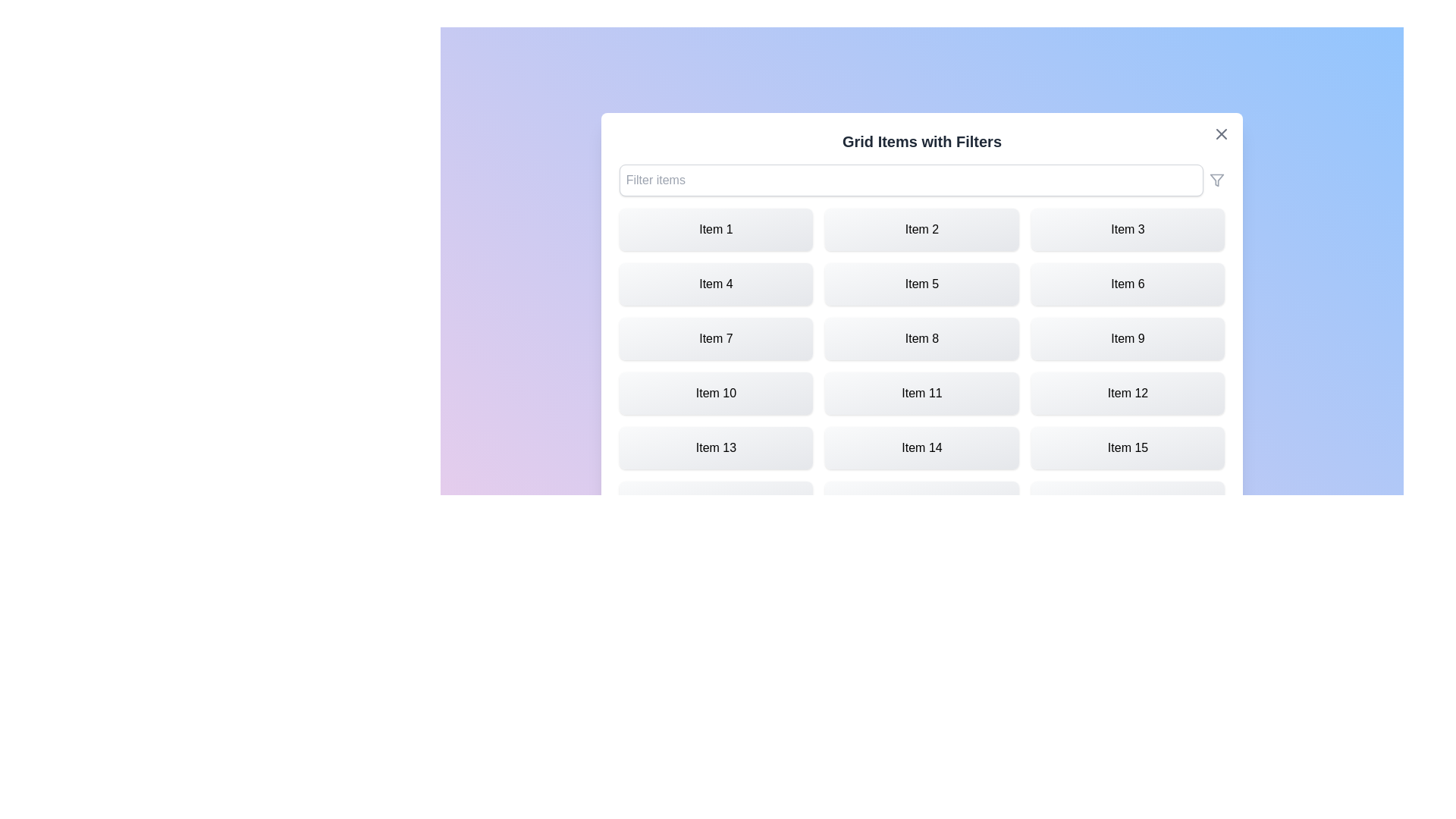  Describe the element at coordinates (1222, 133) in the screenshot. I see `the close button to close the dialog` at that location.